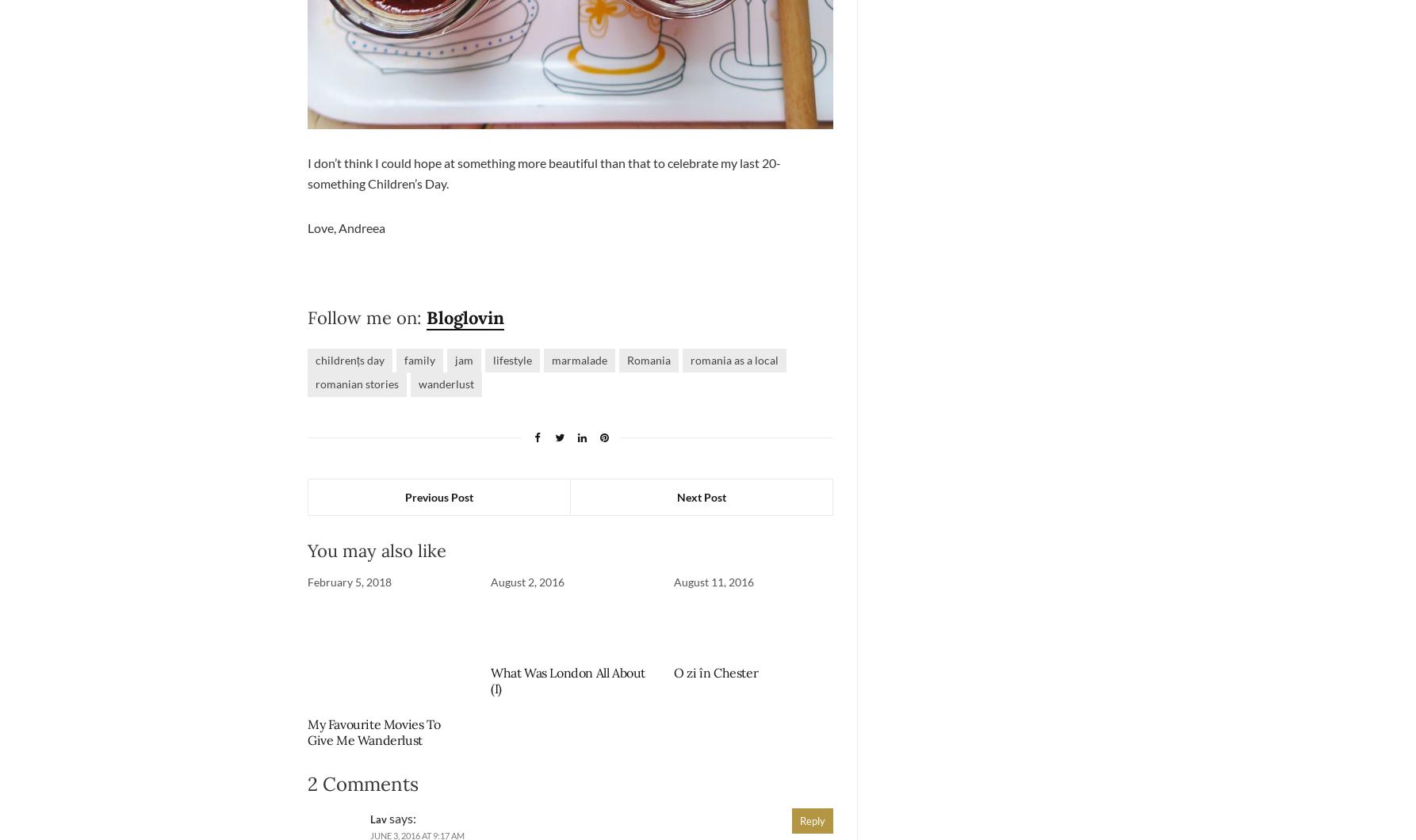  Describe the element at coordinates (568, 681) in the screenshot. I see `'What Was London All About (I)'` at that location.